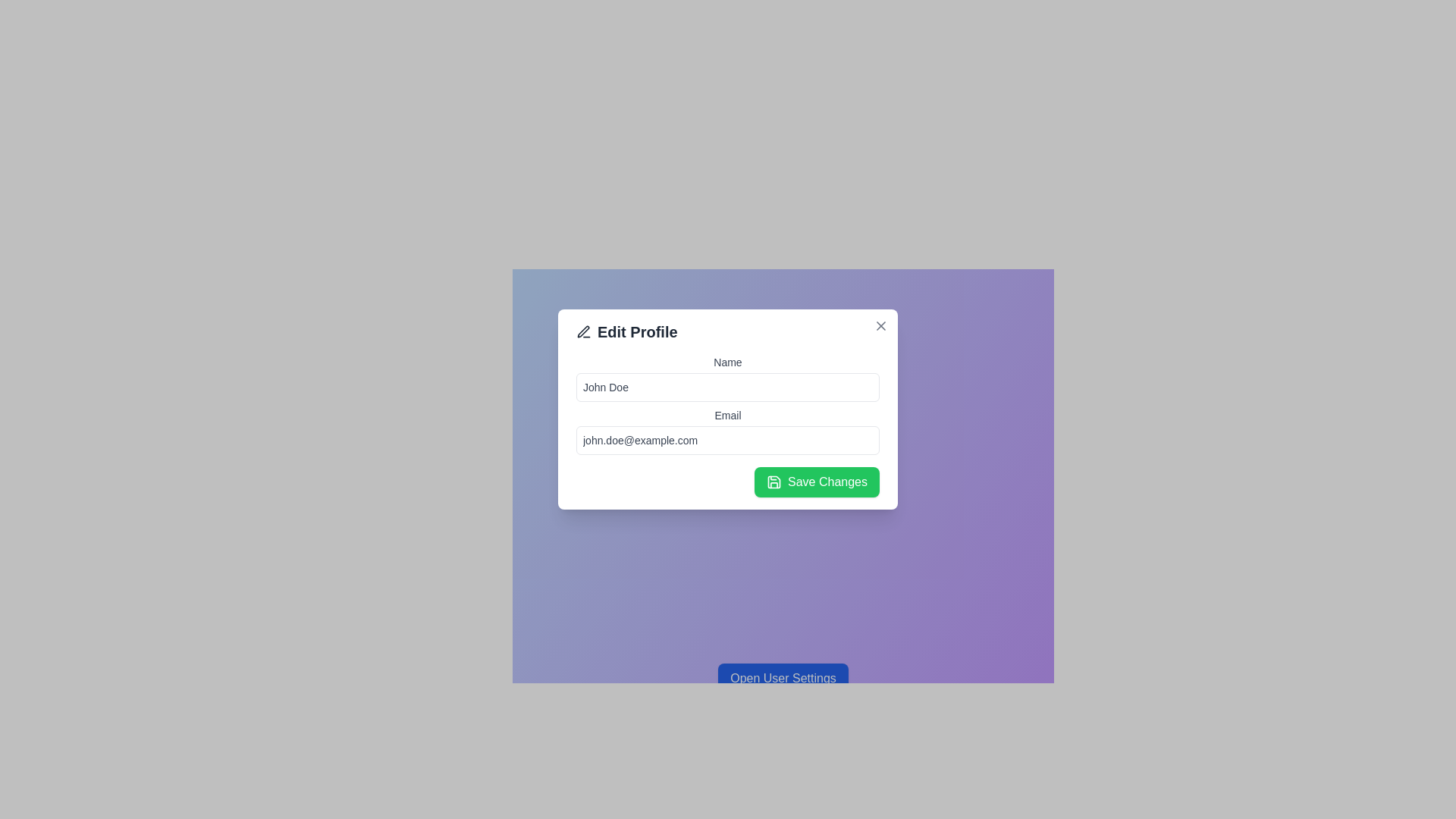  What do you see at coordinates (626, 331) in the screenshot?
I see `'Edit Profile' text label, which is styled in bold and located next to a pen icon in the upper-left corner of a dialog box for accessibility` at bounding box center [626, 331].